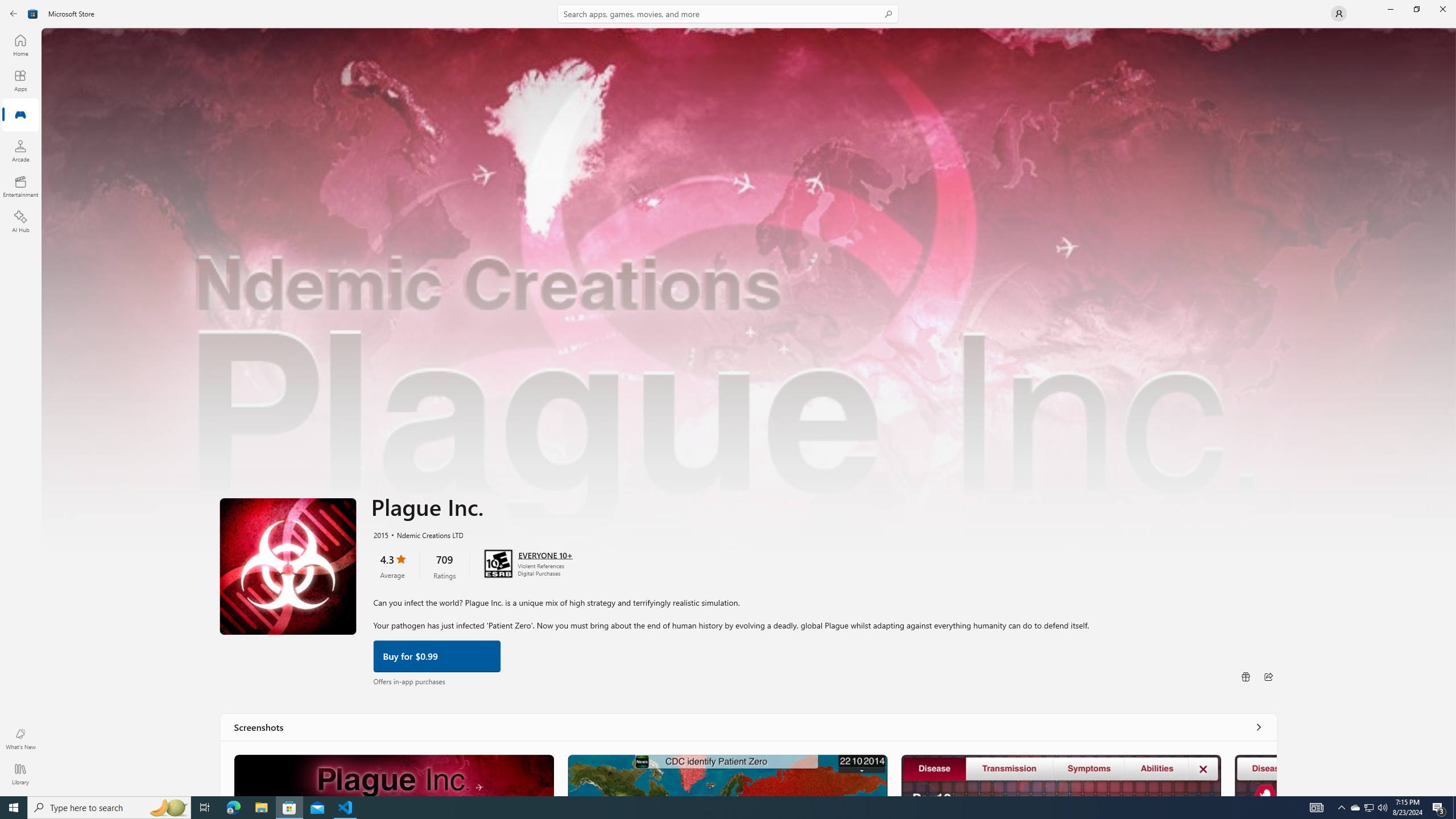 The height and width of the screenshot is (819, 1456). Describe the element at coordinates (1416, 9) in the screenshot. I see `'Restore Microsoft Store'` at that location.